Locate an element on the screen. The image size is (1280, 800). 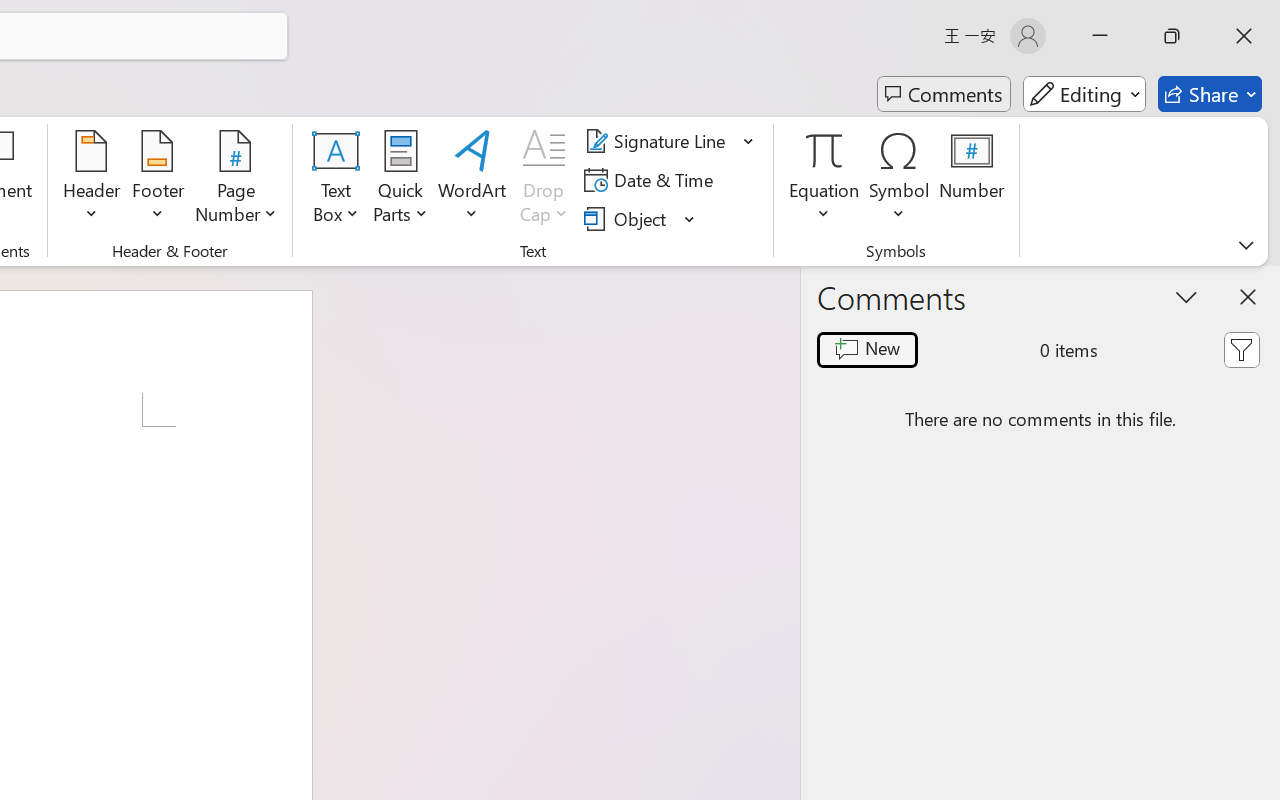
'Date & Time...' is located at coordinates (652, 179).